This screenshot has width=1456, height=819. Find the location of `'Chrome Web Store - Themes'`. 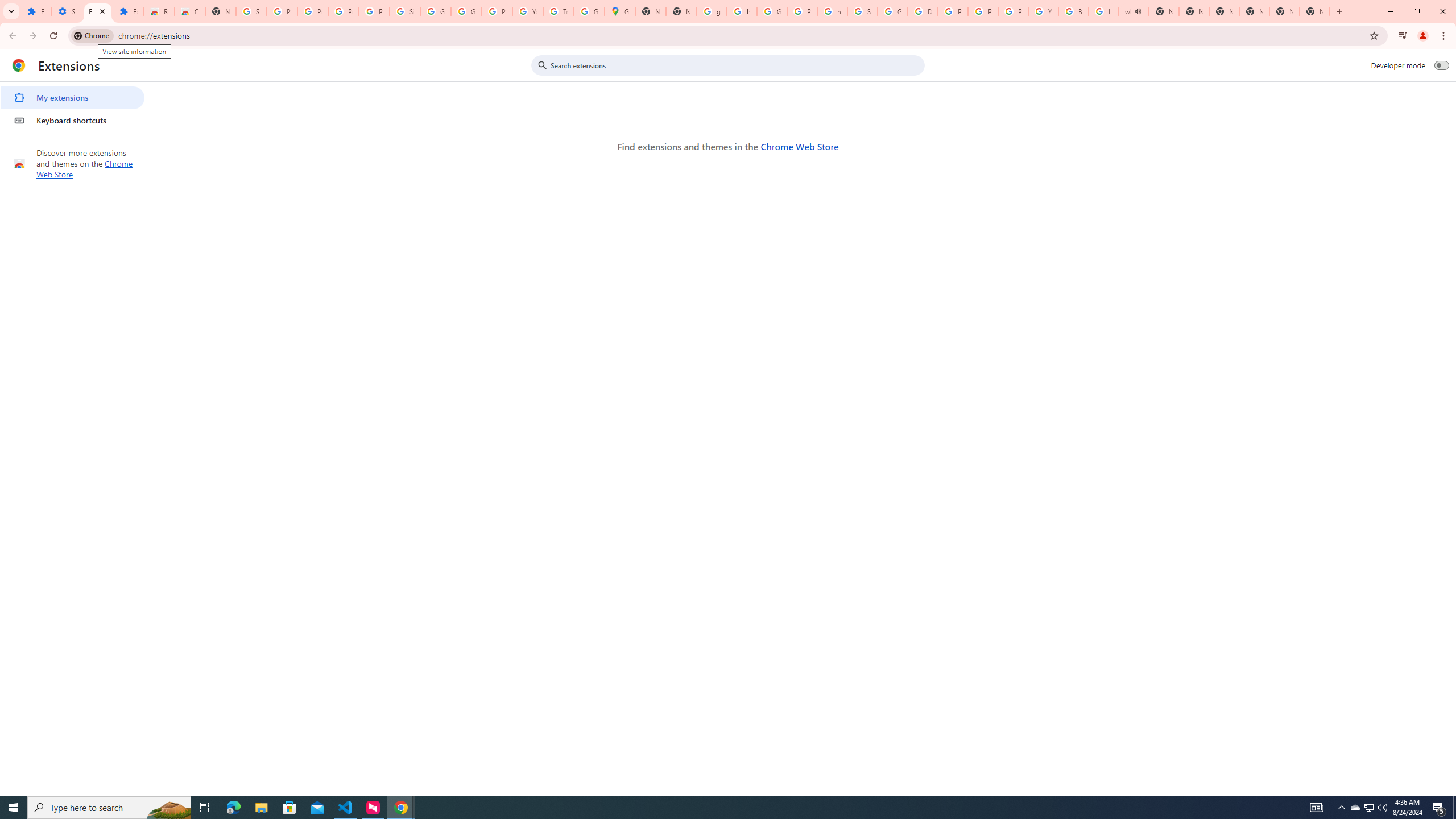

'Chrome Web Store - Themes' is located at coordinates (190, 11).